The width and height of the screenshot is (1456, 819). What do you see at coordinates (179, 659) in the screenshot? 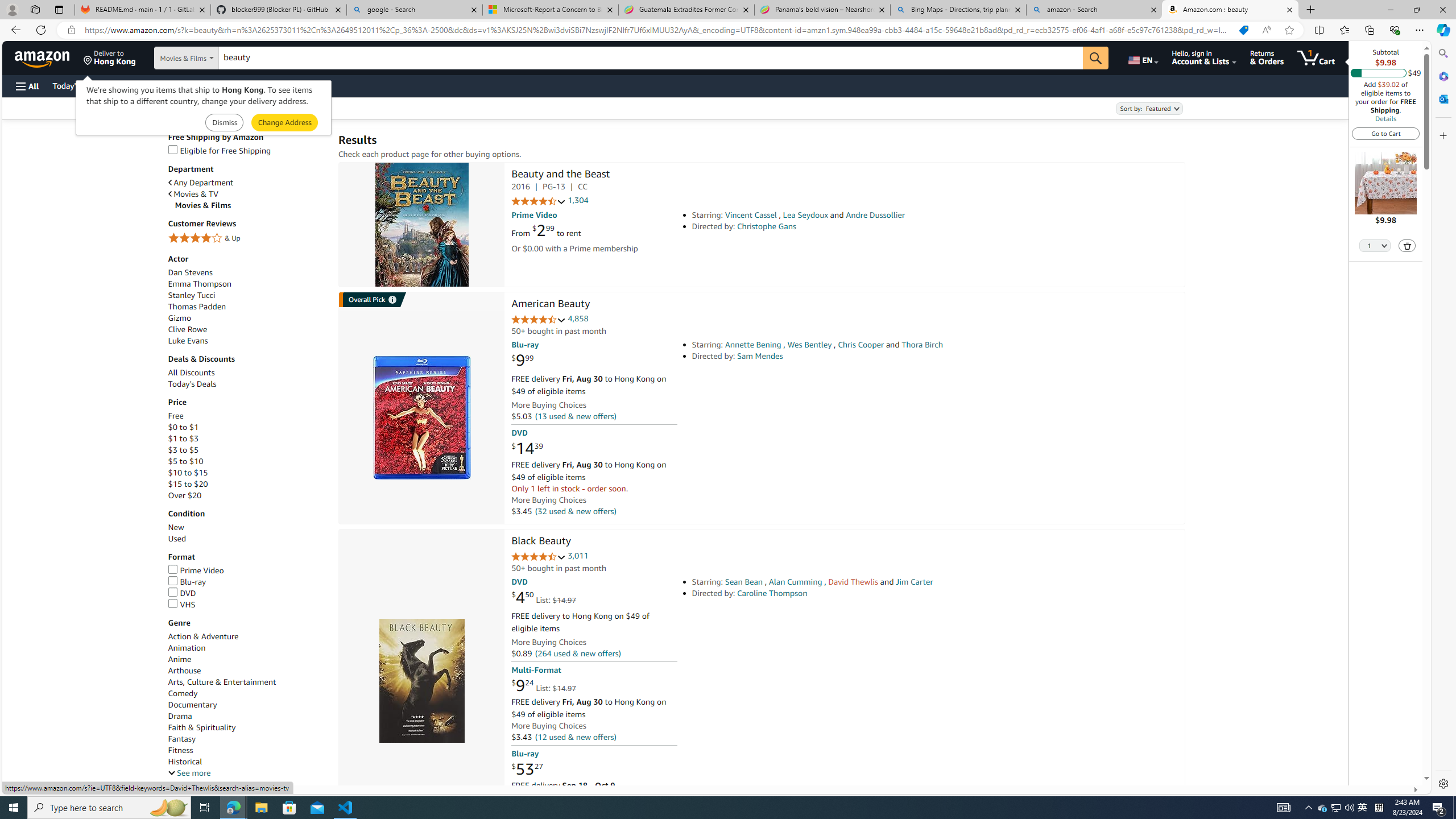
I see `'Anime'` at bounding box center [179, 659].